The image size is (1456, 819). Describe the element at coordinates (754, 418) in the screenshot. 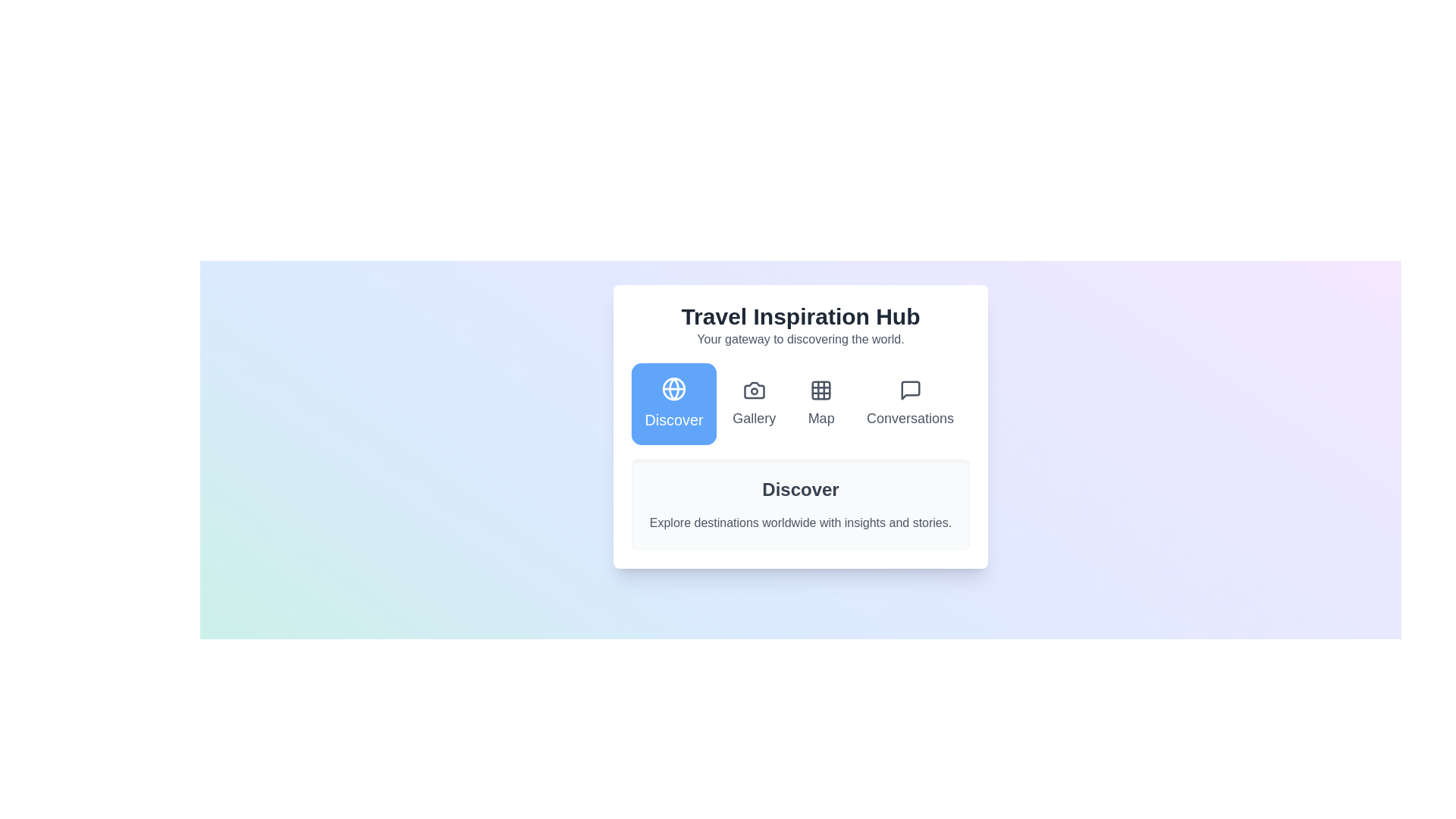

I see `the Gallery text label, which is positioned under a camera icon and is the second item in a horizontal set of options, located between 'Discover' and 'Map'` at that location.